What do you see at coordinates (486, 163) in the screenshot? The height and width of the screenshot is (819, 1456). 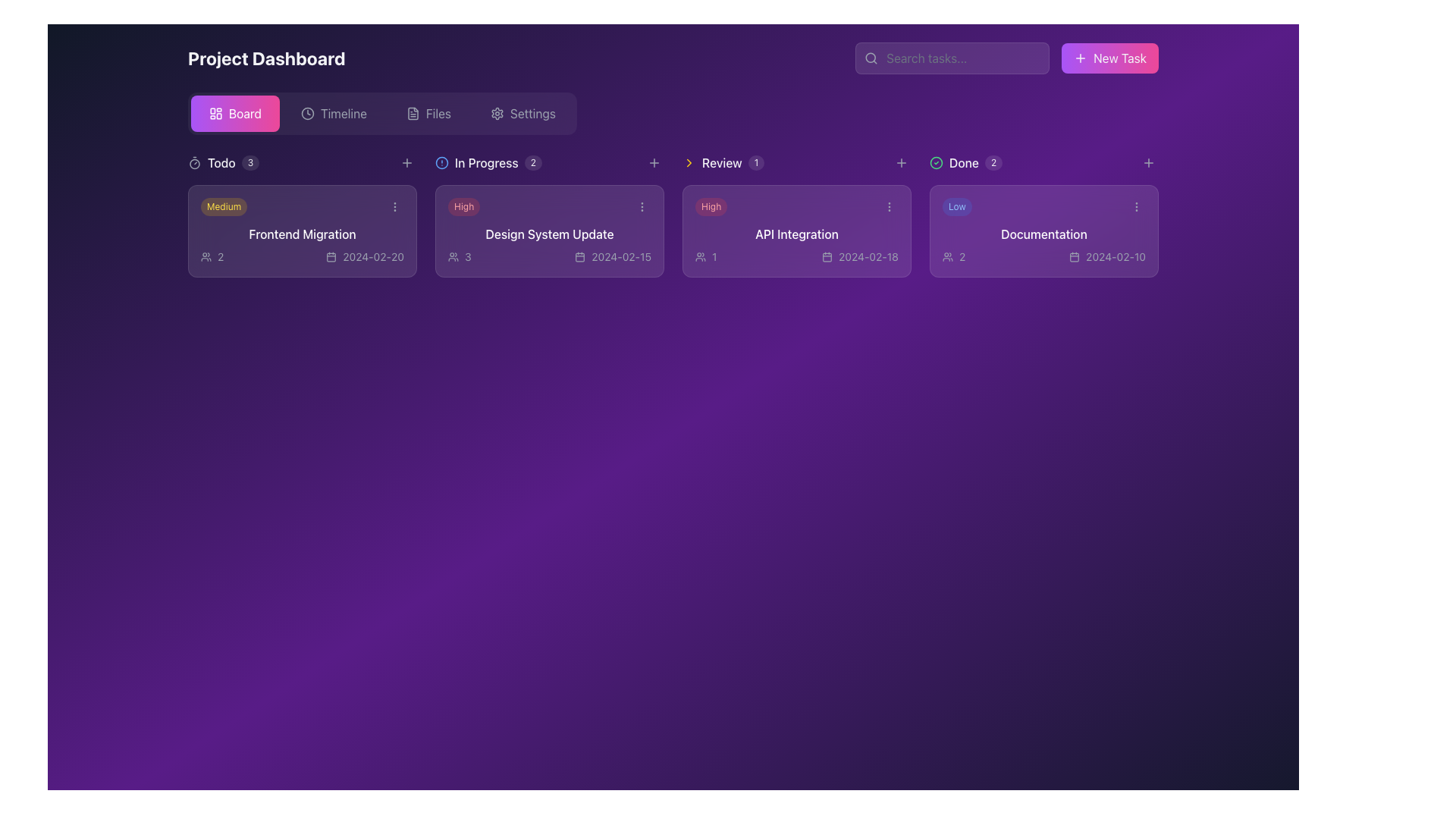 I see `the status indicator text label located in the 'Review' column of the Kanban-style task management area` at bounding box center [486, 163].